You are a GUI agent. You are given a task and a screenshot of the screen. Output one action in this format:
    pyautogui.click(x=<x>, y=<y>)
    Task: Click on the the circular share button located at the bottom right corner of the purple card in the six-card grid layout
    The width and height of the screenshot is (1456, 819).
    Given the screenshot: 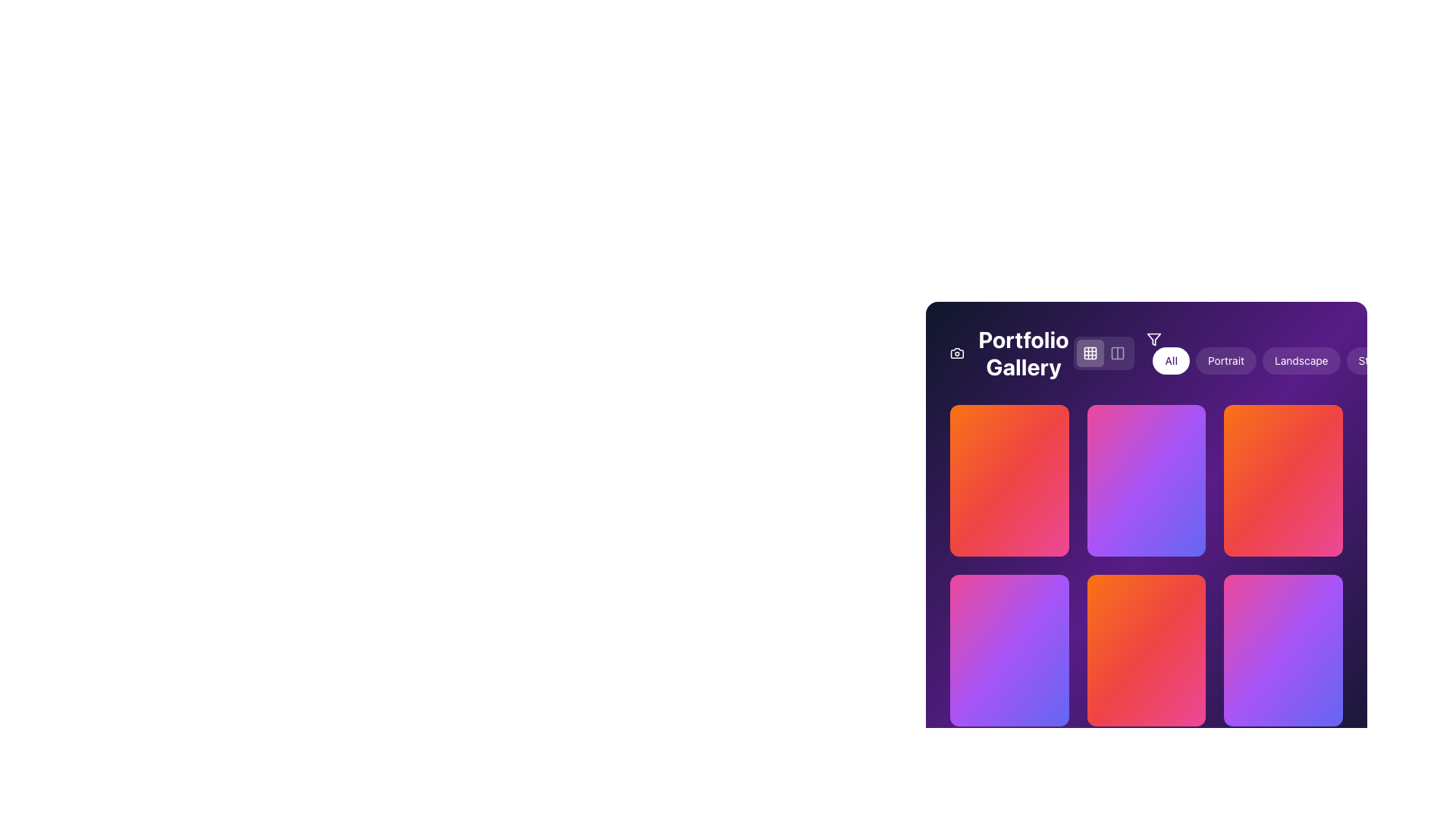 What is the action you would take?
    pyautogui.click(x=1335, y=701)
    